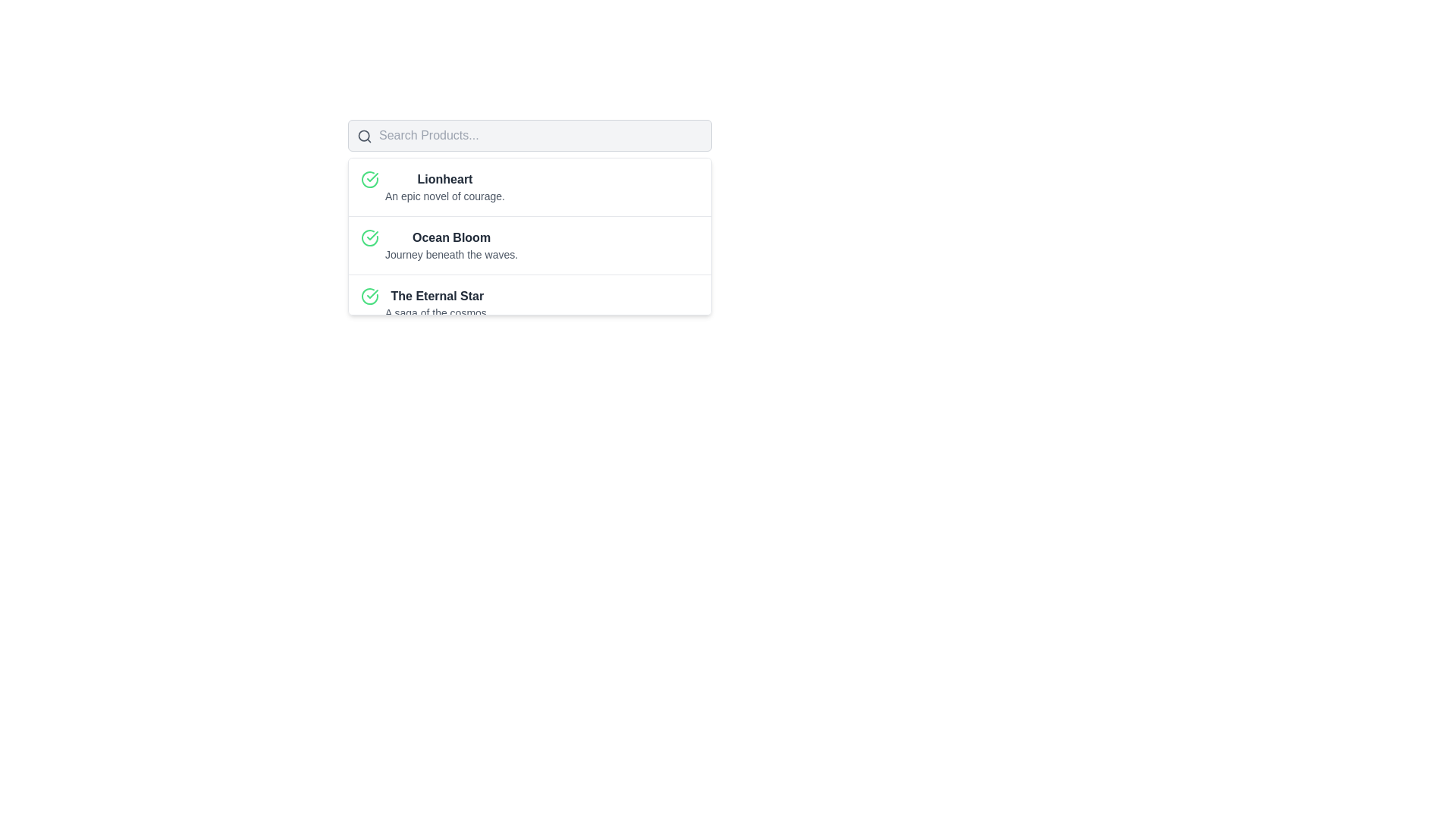  What do you see at coordinates (444, 178) in the screenshot?
I see `the 'Lionheart' text label, which is a bold, dark gray label positioned at the top of a vertical list item, serving as the title above a description` at bounding box center [444, 178].